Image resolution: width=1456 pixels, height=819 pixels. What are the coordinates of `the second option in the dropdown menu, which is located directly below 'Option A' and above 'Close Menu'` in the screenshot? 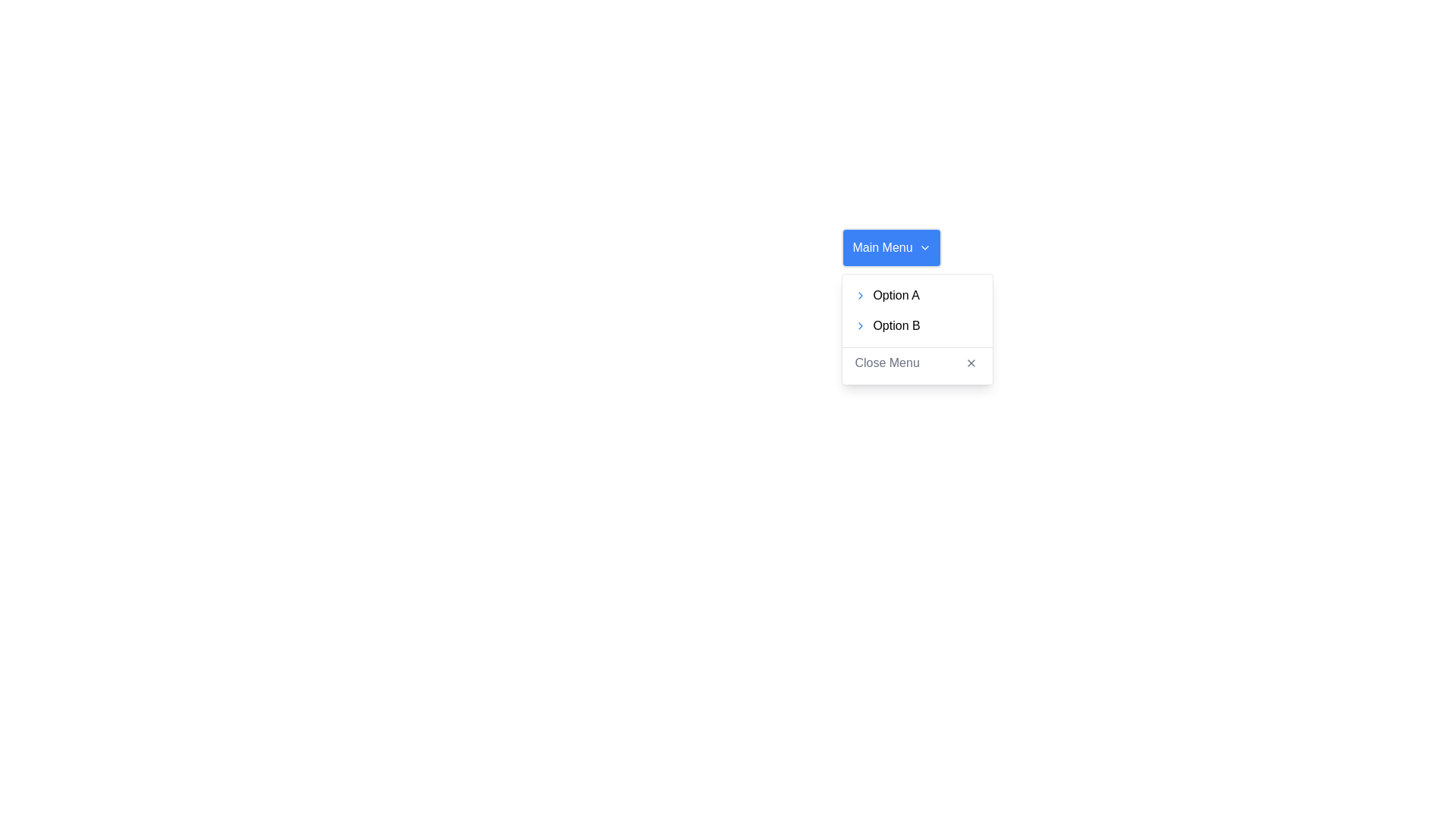 It's located at (917, 325).